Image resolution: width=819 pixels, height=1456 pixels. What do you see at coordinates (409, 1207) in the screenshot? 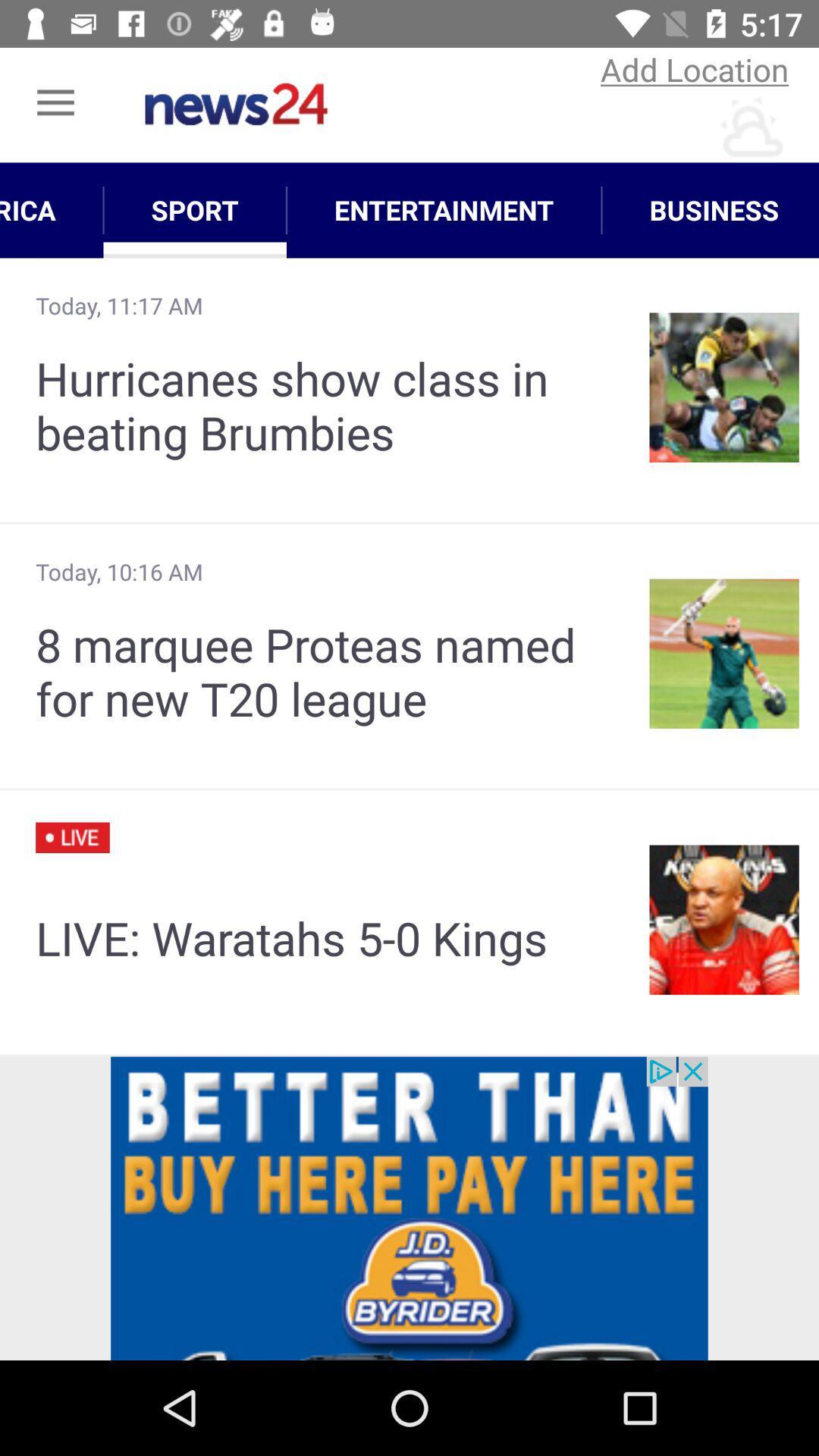
I see `advertisent page` at bounding box center [409, 1207].